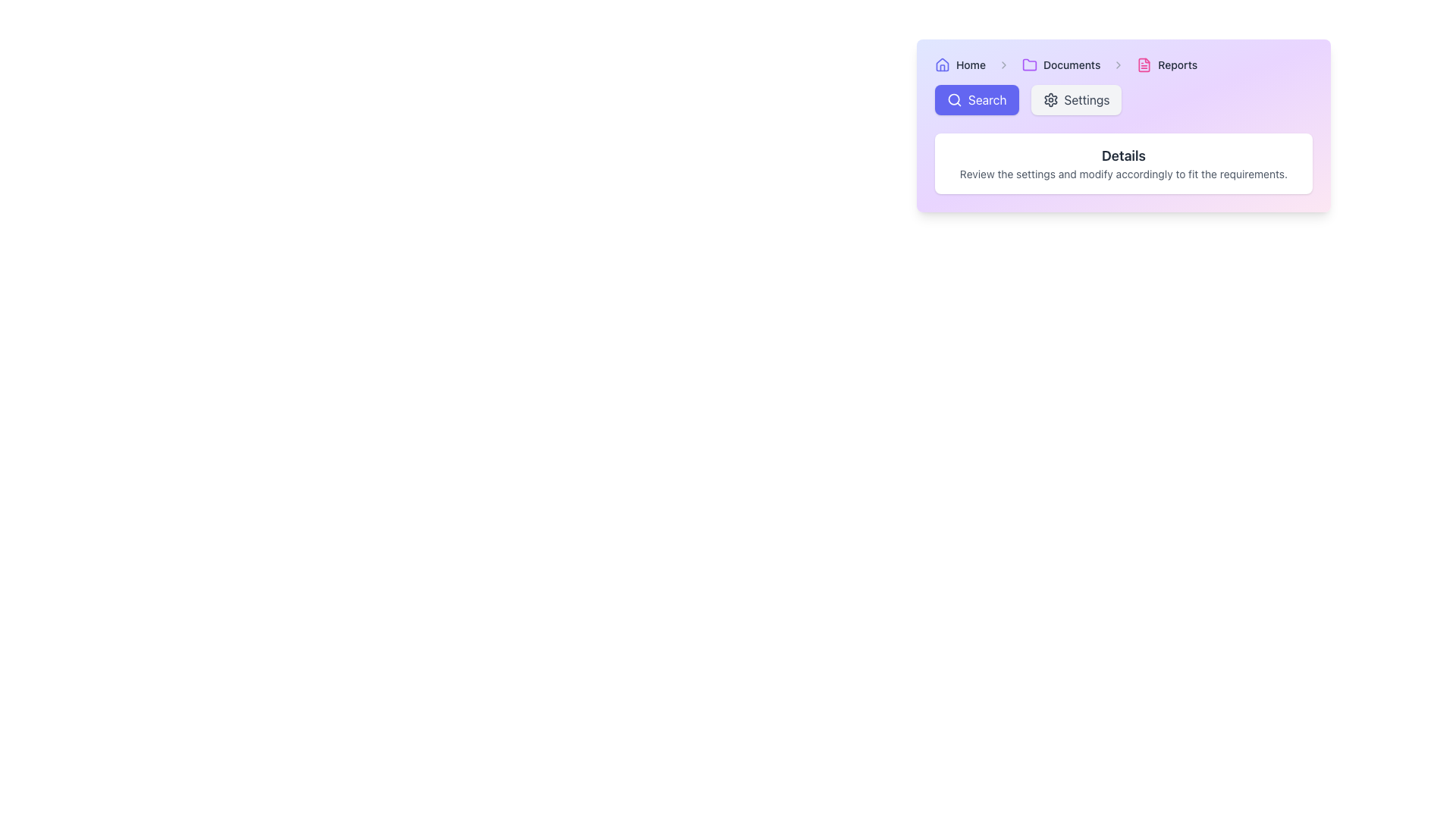 Image resolution: width=1456 pixels, height=819 pixels. What do you see at coordinates (1030, 64) in the screenshot?
I see `the folder icon located to the left of the 'Documents' text in the navigation breadcrumb, which has a purple color and rounded edges` at bounding box center [1030, 64].